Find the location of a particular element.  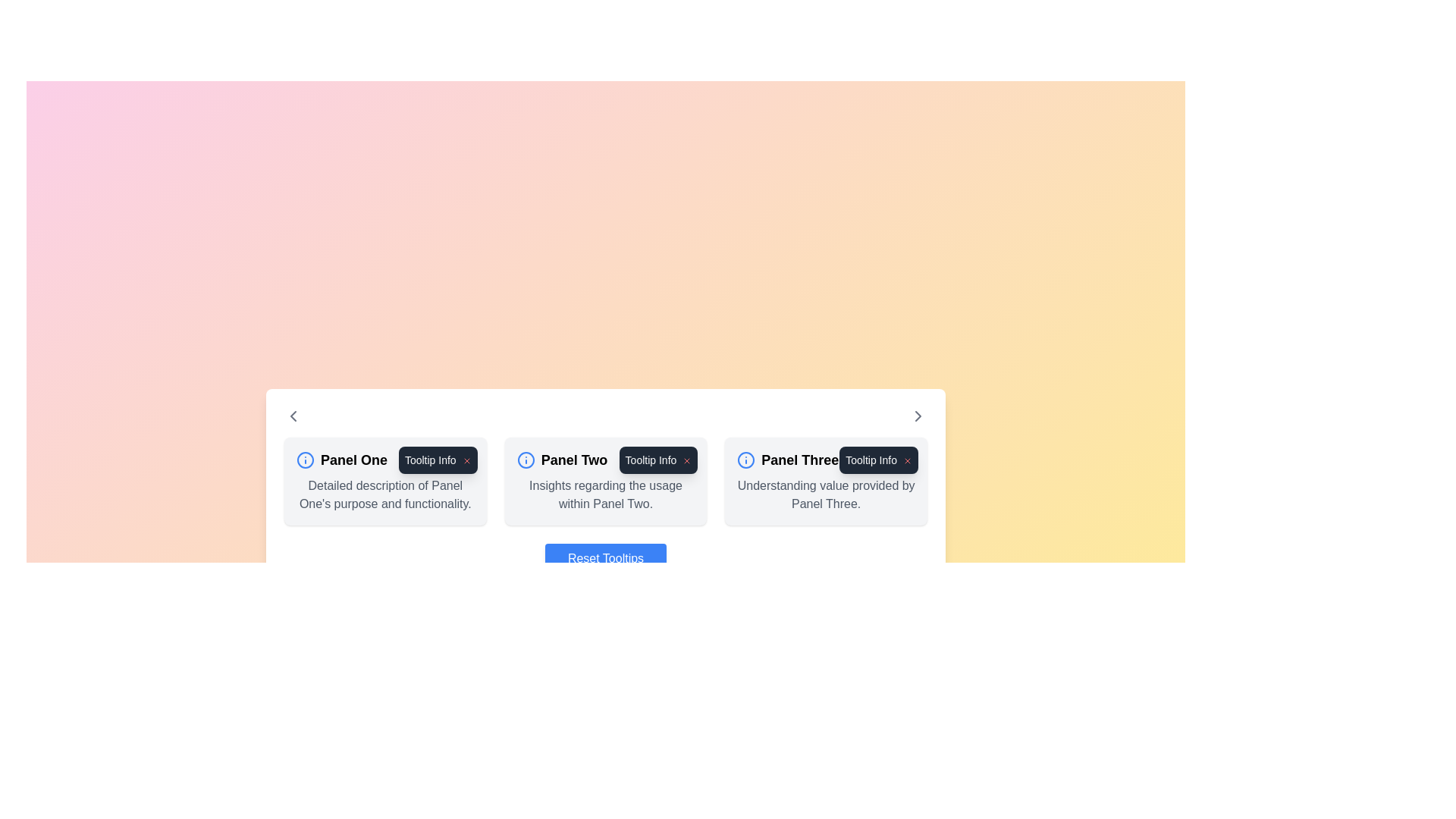

the 'Panel Three' text label, which is styled with a bold font and is positioned next to a small blue circular icon with an 'i' symbol is located at coordinates (825, 459).